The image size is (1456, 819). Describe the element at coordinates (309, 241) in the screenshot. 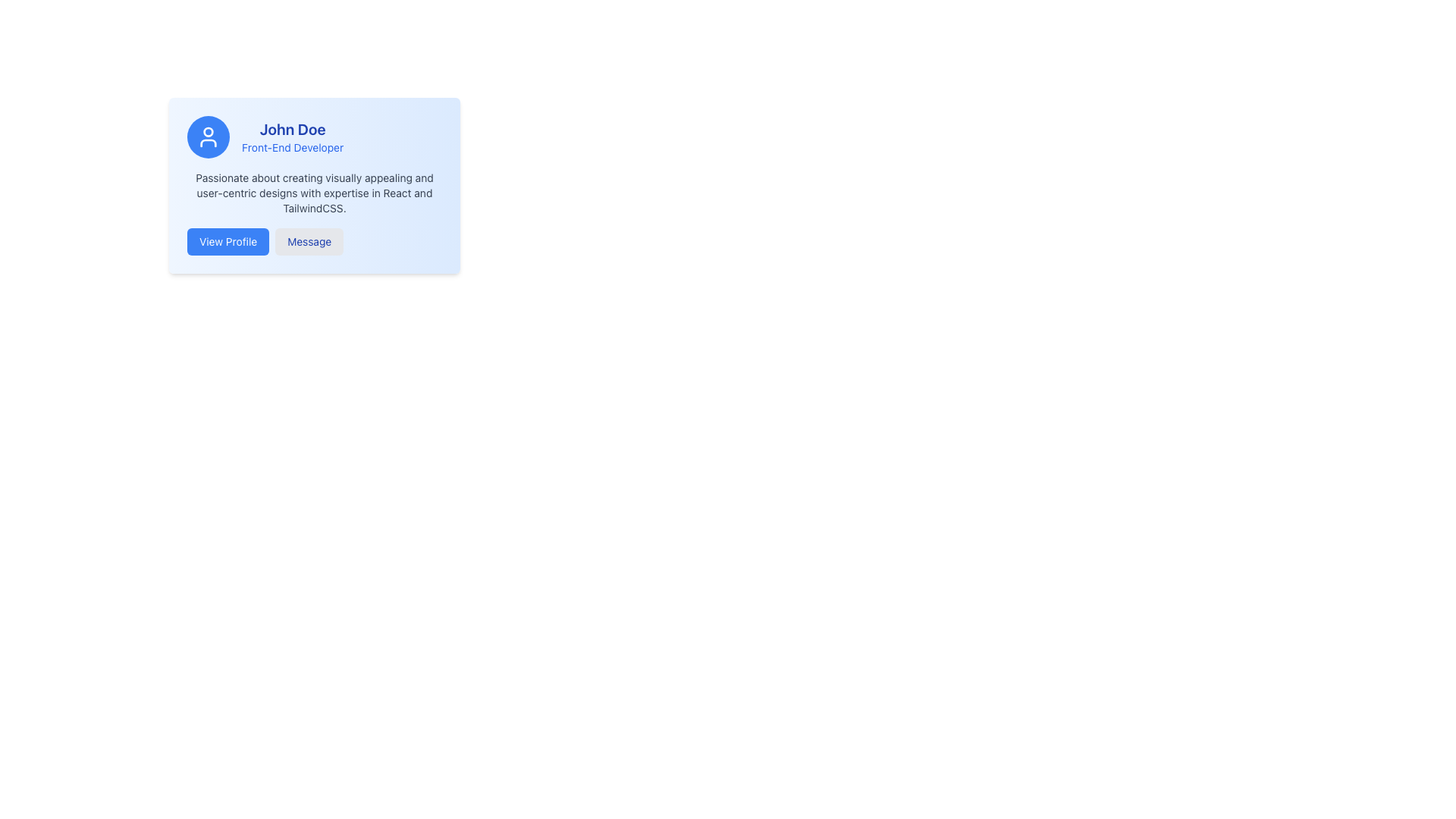

I see `the 'Message' button, which is the second button in a row located at the bottom of the profile card` at that location.